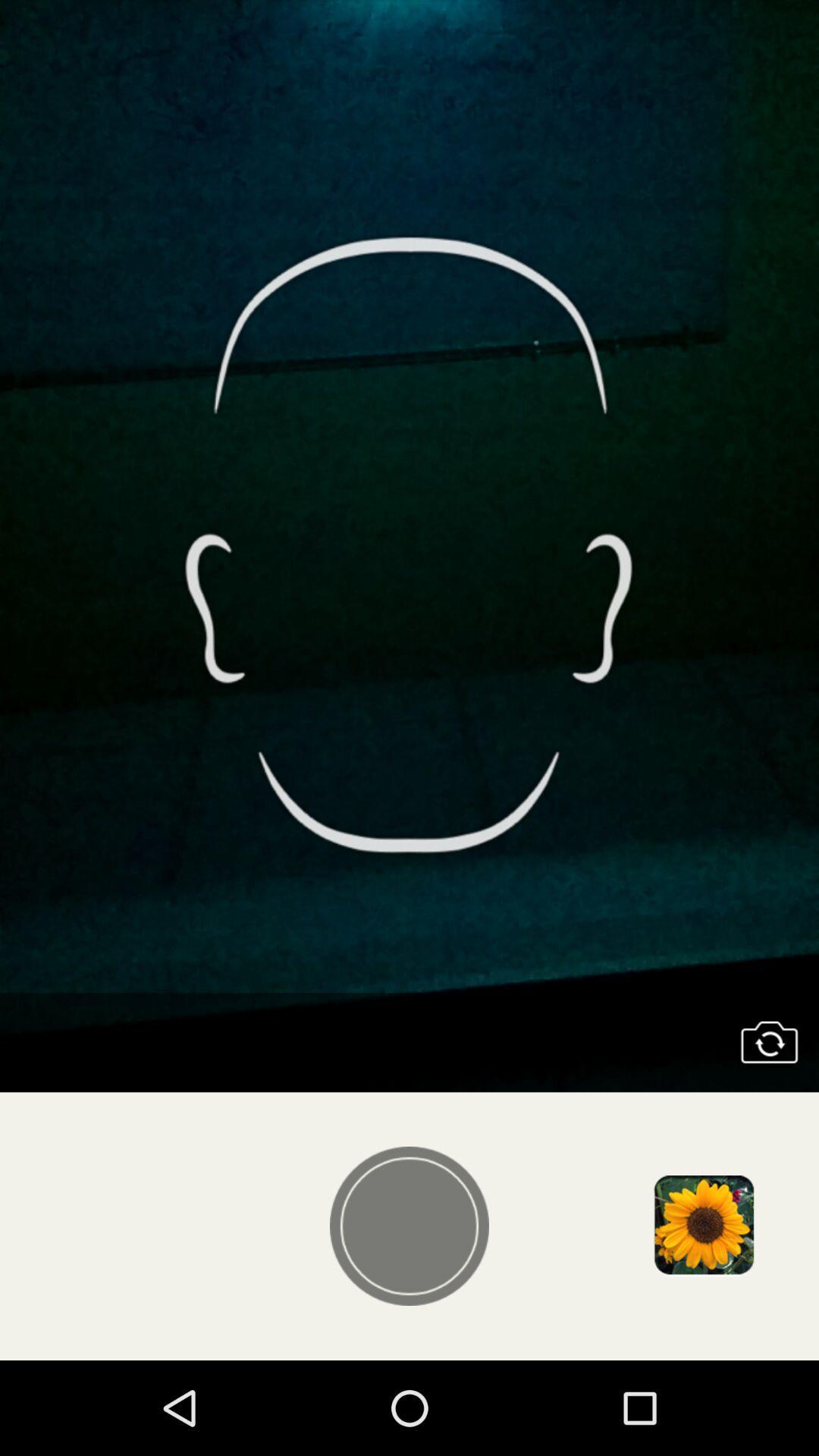 This screenshot has width=819, height=1456. Describe the element at coordinates (409, 1226) in the screenshot. I see `take photo` at that location.